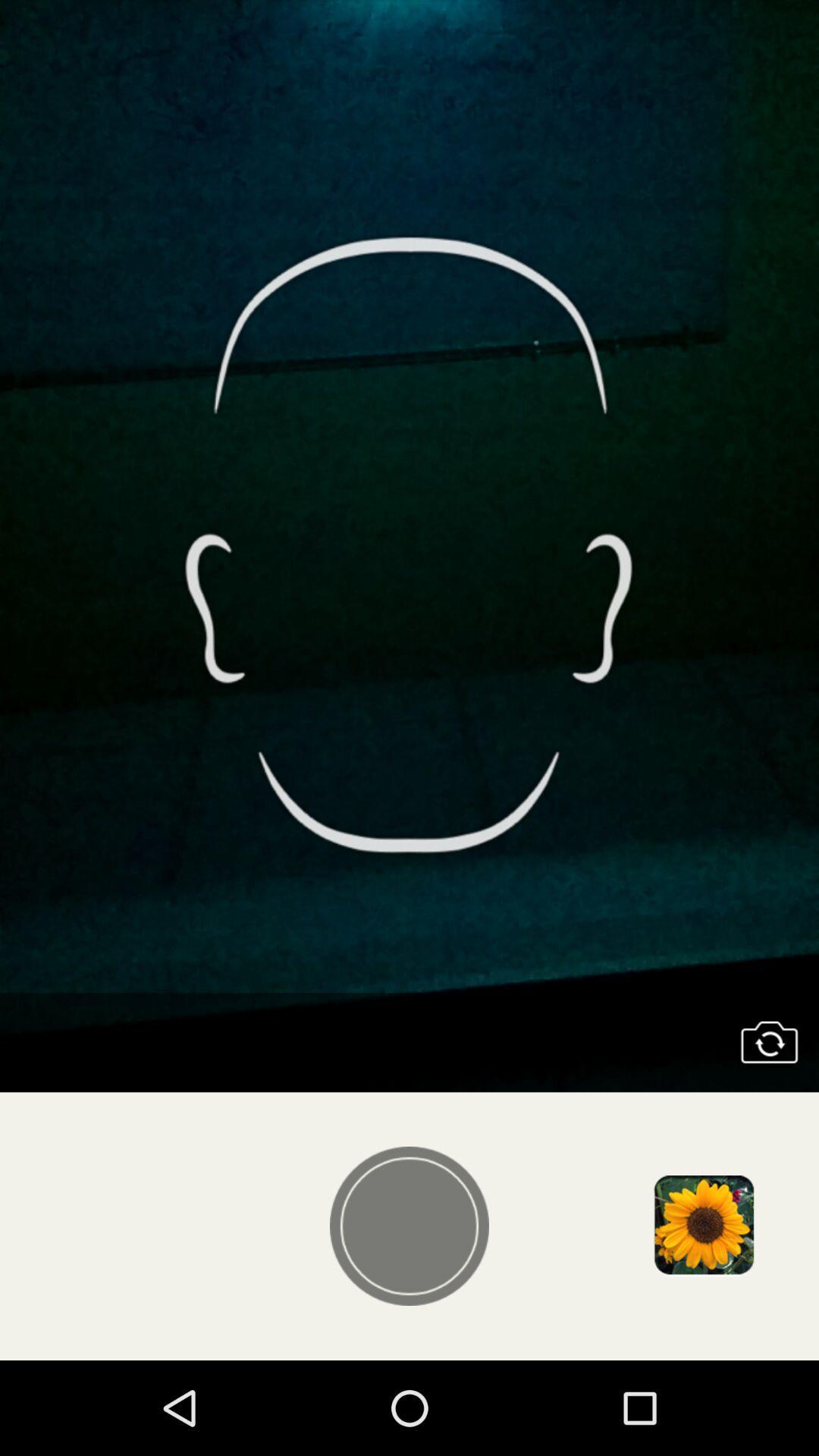 This screenshot has width=819, height=1456. Describe the element at coordinates (409, 1226) in the screenshot. I see `take photo` at that location.